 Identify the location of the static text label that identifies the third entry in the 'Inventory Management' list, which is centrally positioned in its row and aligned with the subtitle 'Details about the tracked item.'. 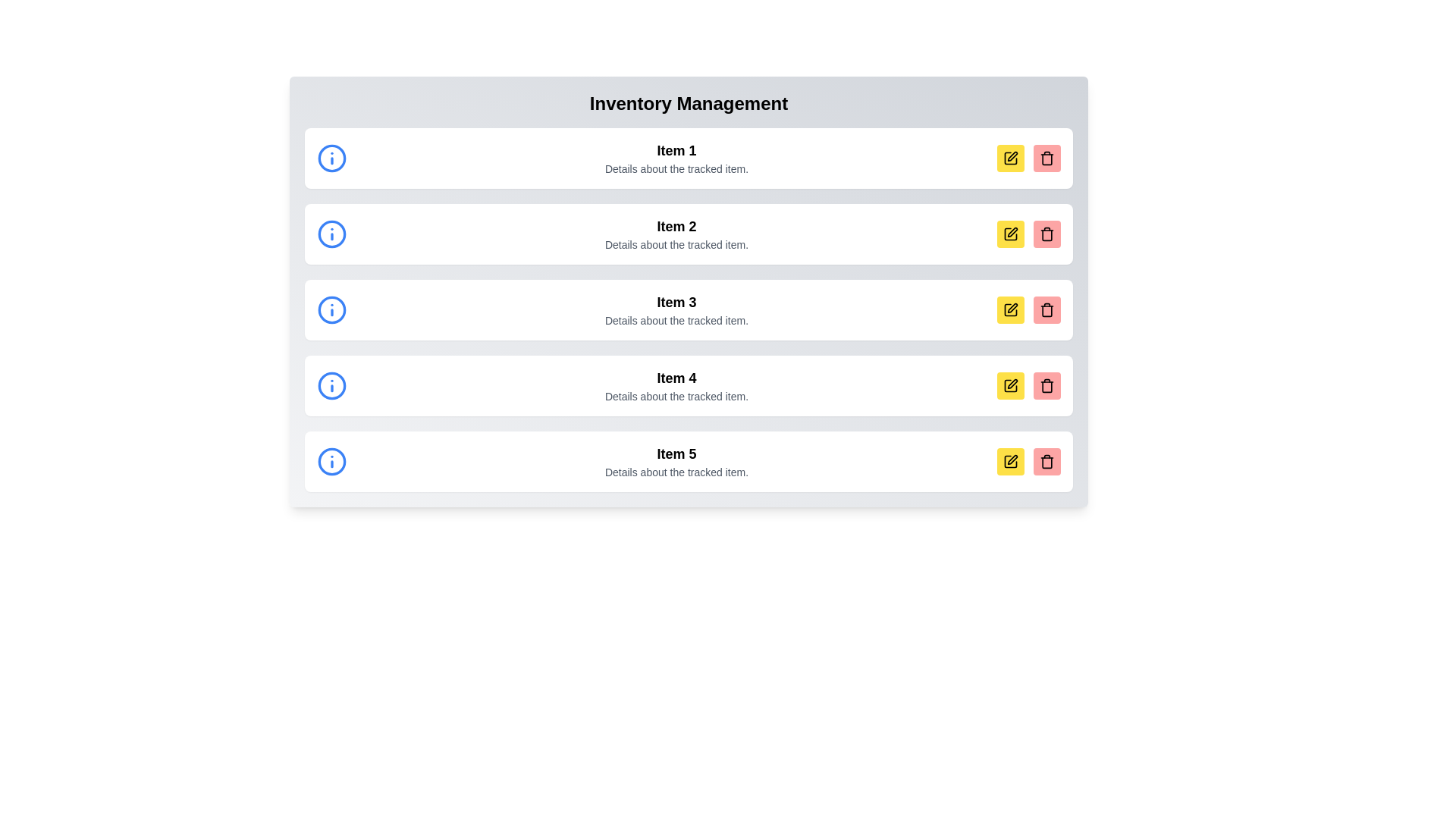
(676, 302).